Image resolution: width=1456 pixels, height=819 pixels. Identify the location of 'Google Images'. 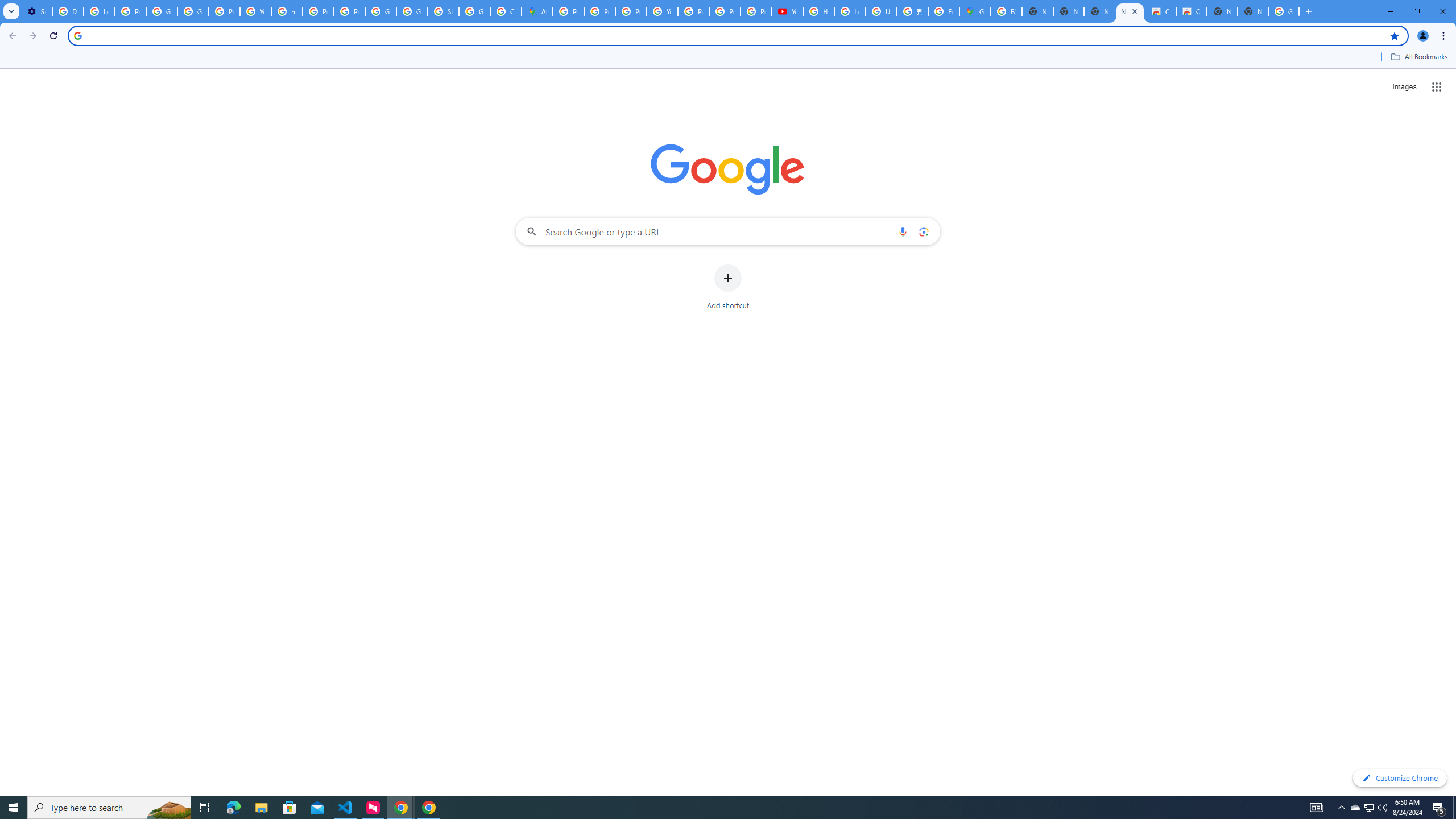
(1284, 11).